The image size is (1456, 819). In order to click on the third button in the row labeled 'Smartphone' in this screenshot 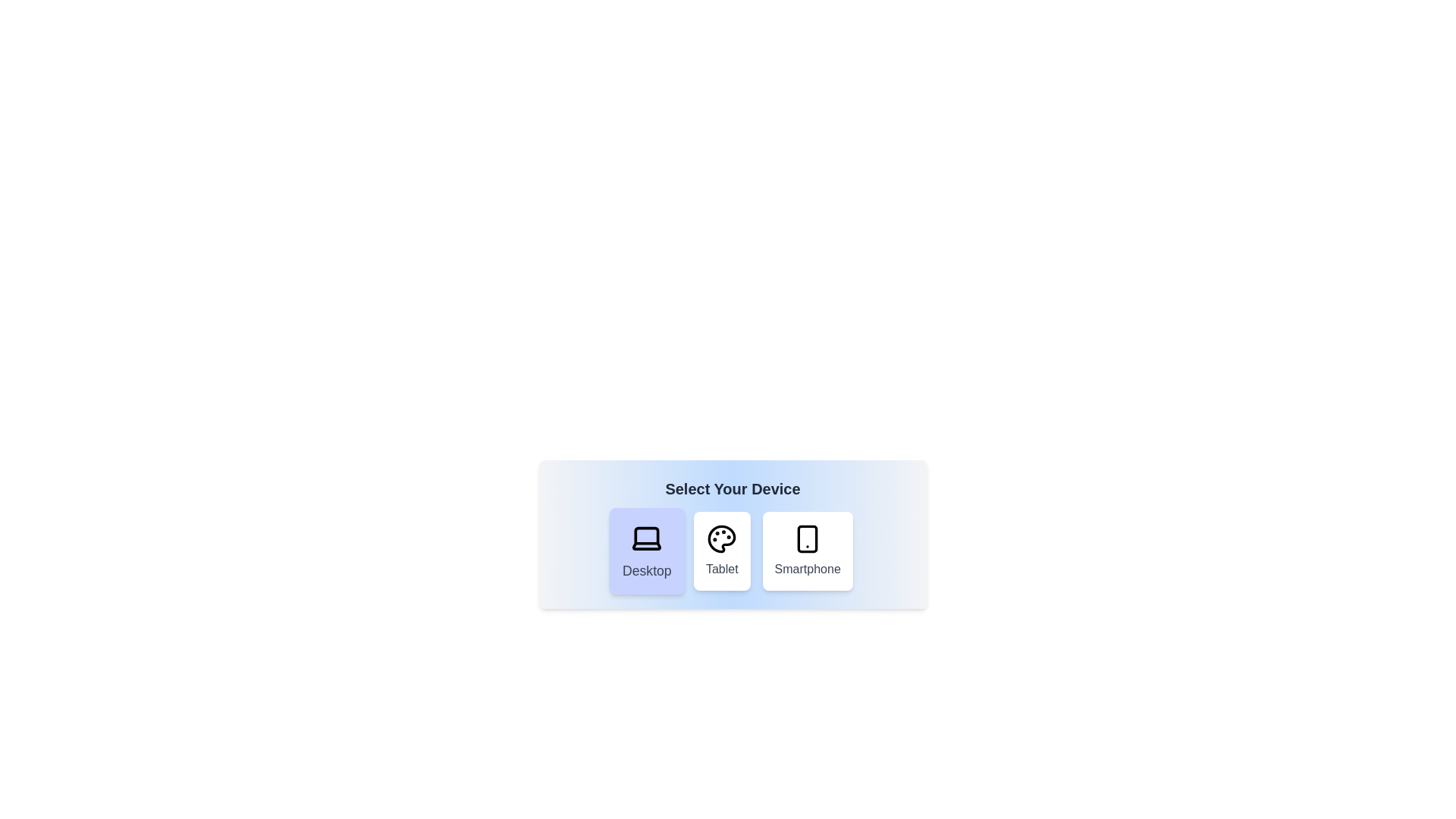, I will do `click(807, 551)`.